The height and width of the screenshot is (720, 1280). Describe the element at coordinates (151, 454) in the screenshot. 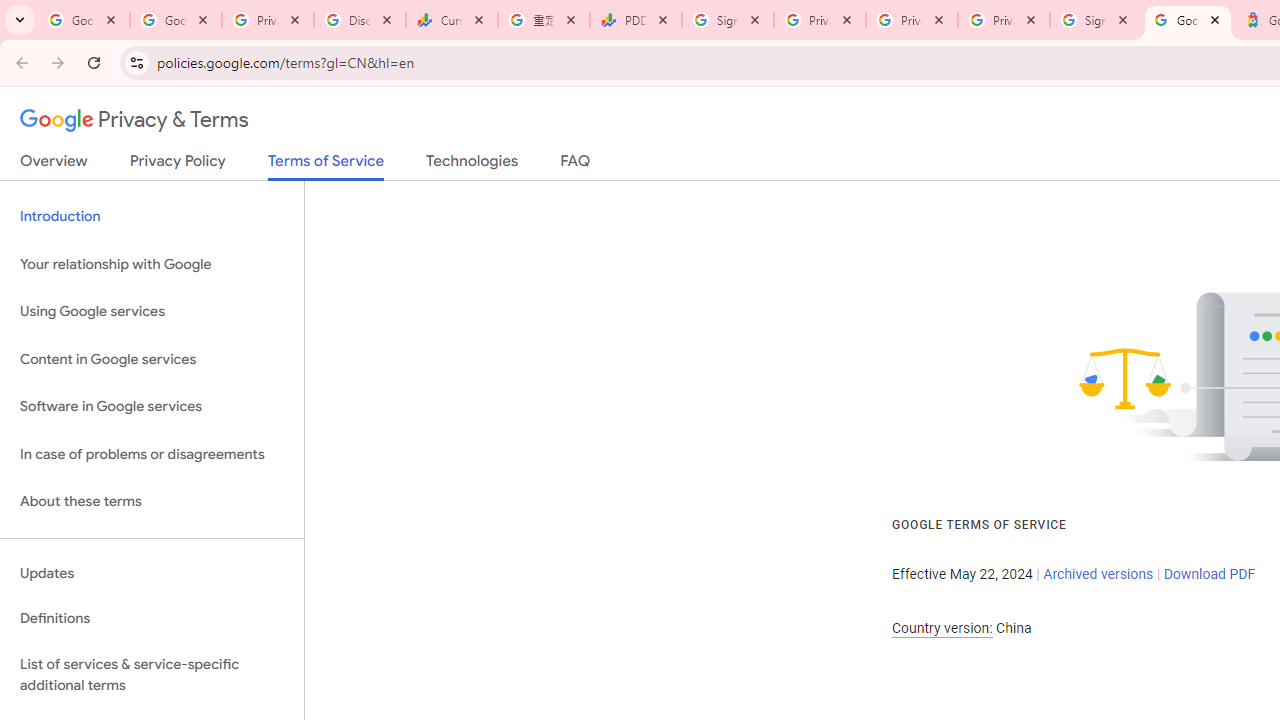

I see `'In case of problems or disagreements'` at that location.